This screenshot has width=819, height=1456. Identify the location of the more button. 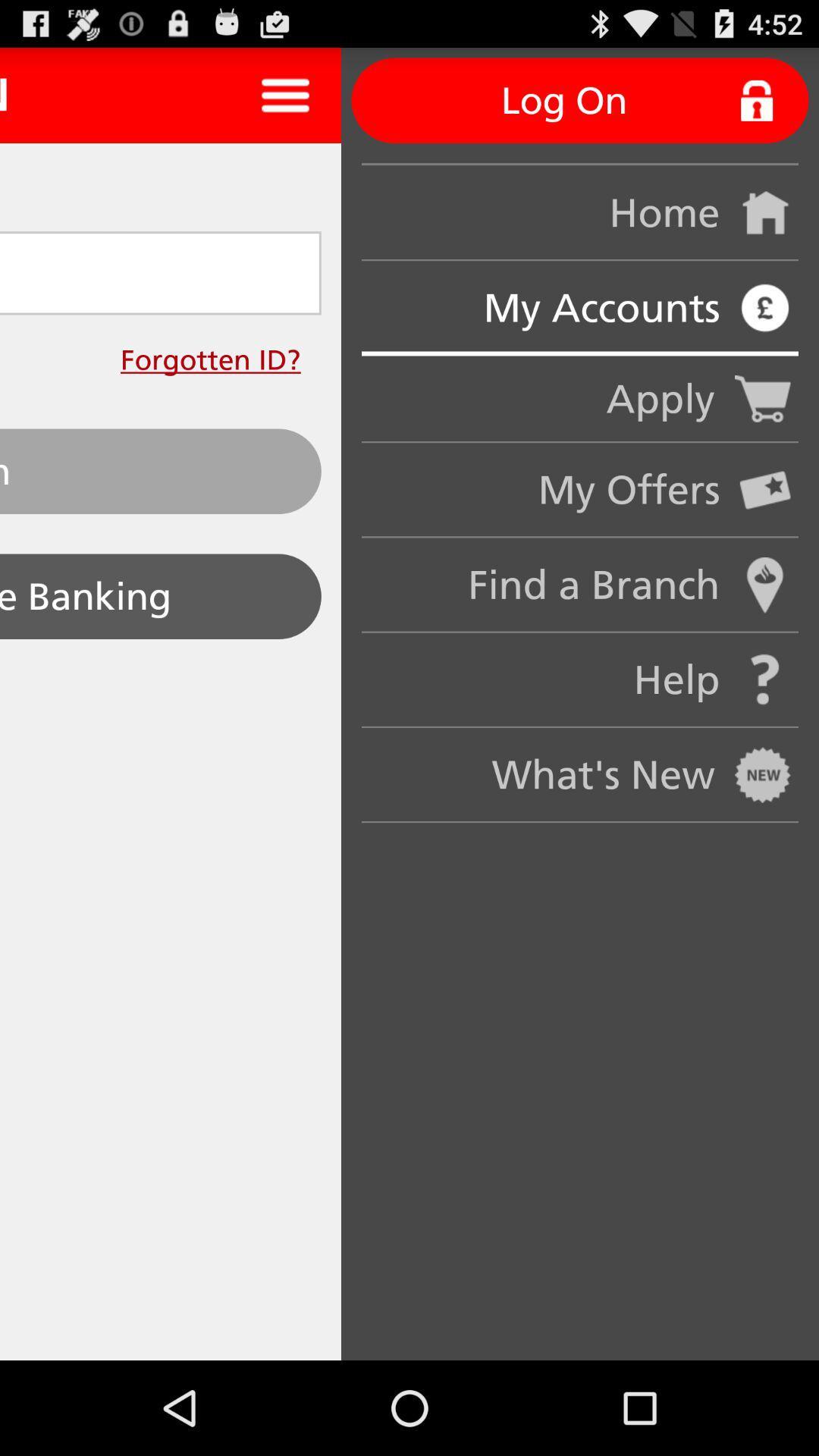
(285, 94).